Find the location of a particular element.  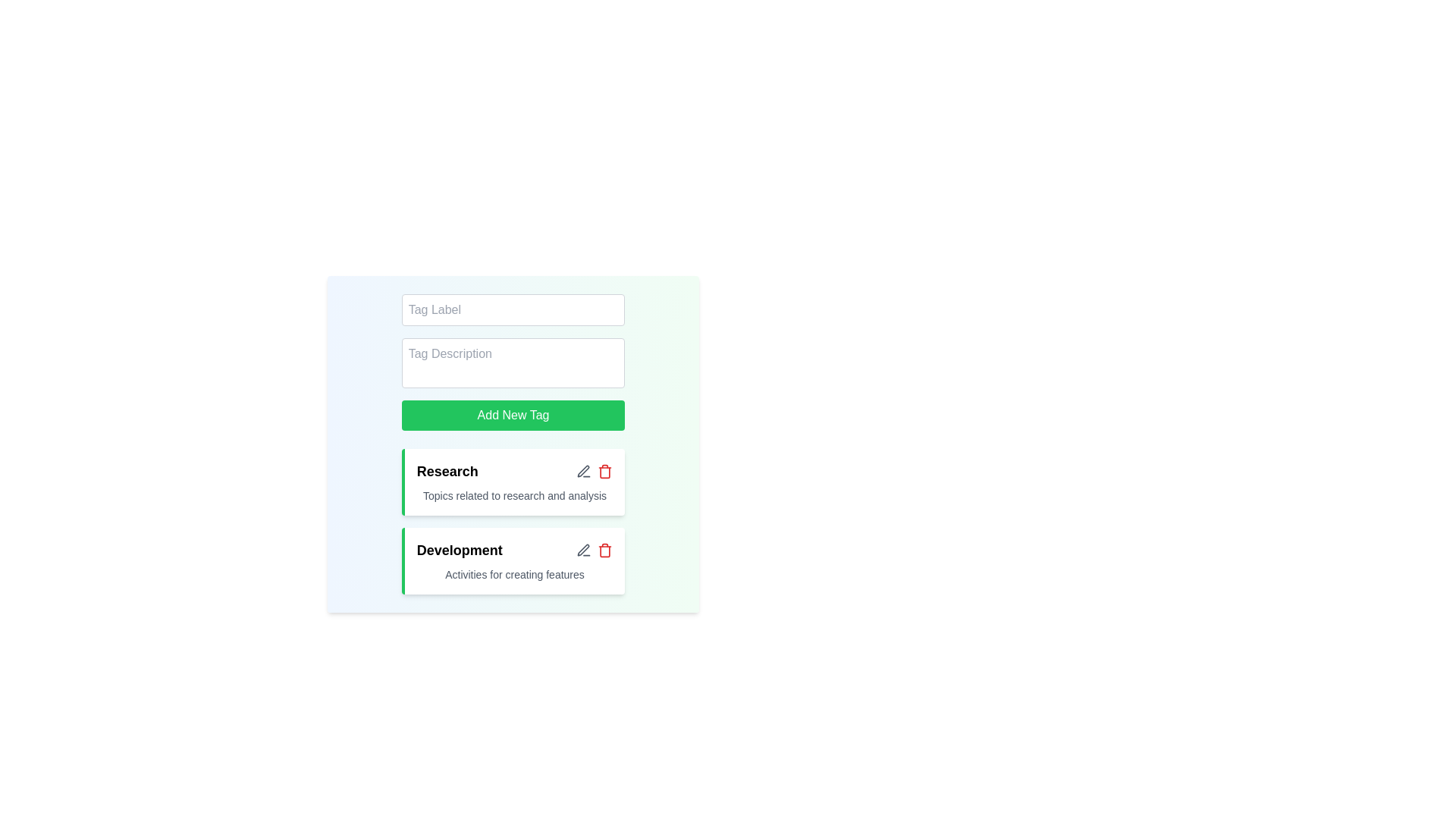

the delete icon button located within the 'Development' card, positioned to the right of the card title and description, to initiate a deletion action is located at coordinates (604, 550).